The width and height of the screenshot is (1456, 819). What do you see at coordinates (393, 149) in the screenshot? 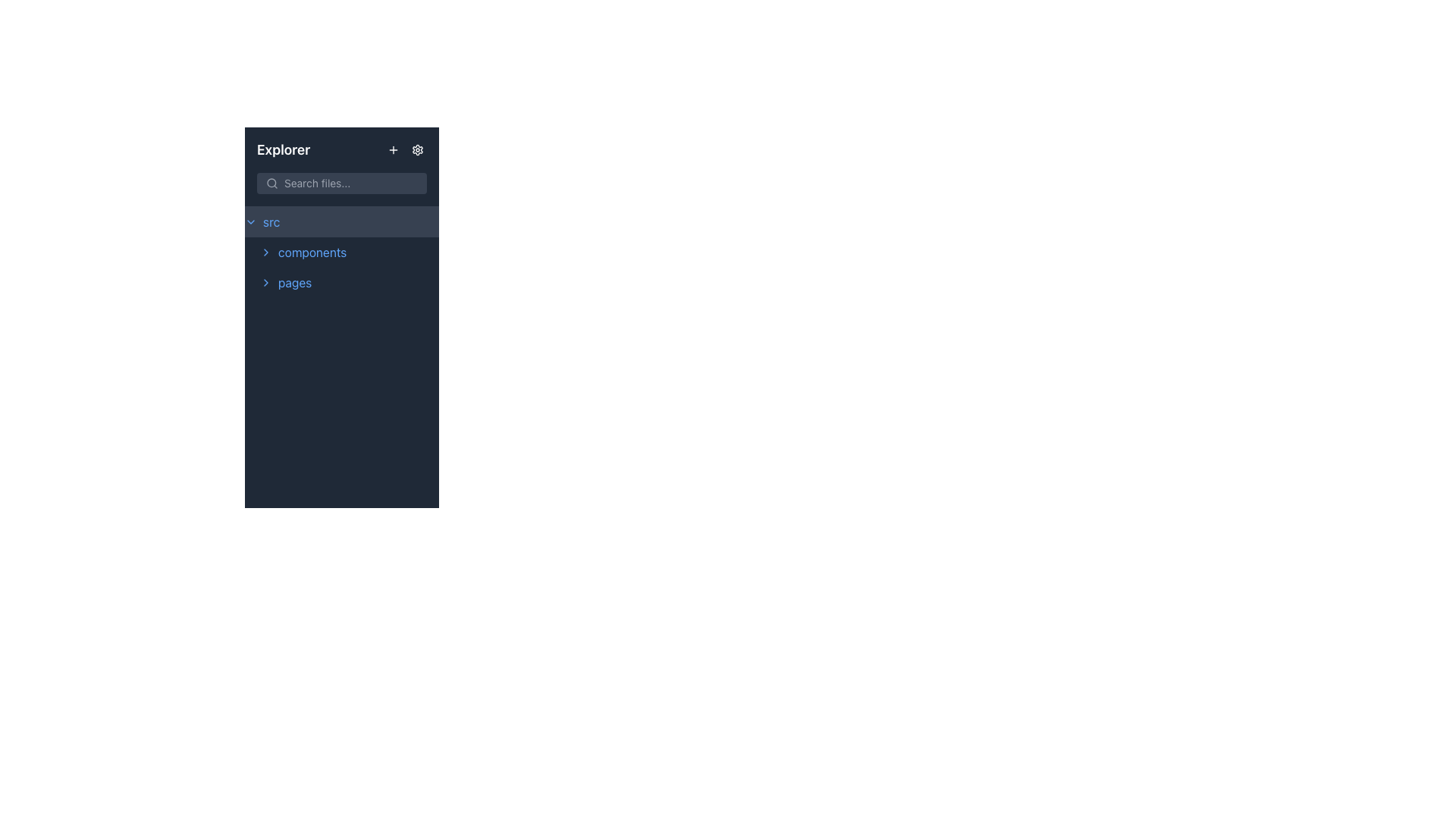
I see `the 'plus' icon button in the top-right of the sidebar` at bounding box center [393, 149].